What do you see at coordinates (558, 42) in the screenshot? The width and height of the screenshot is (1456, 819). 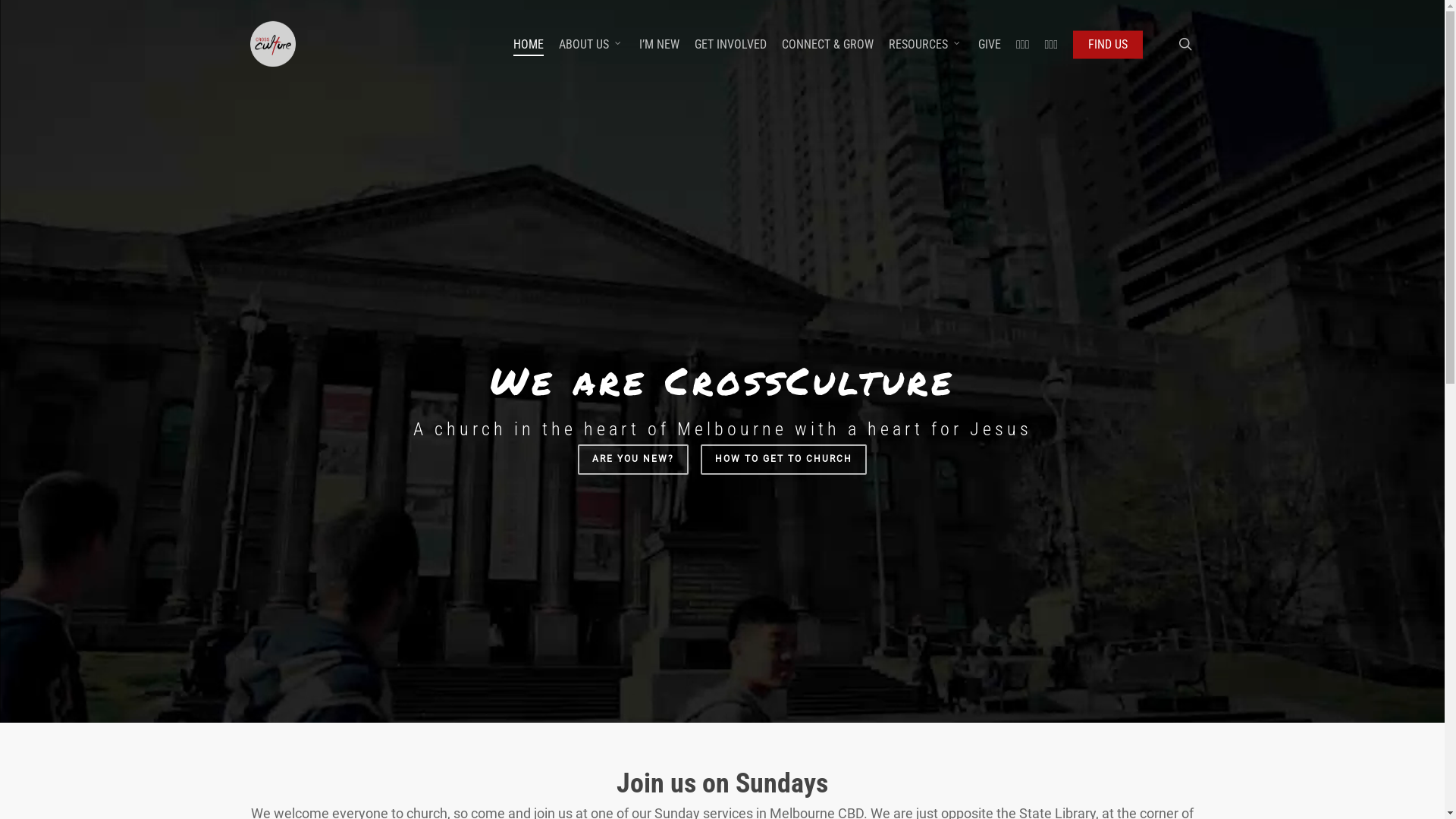 I see `'ABOUT US'` at bounding box center [558, 42].